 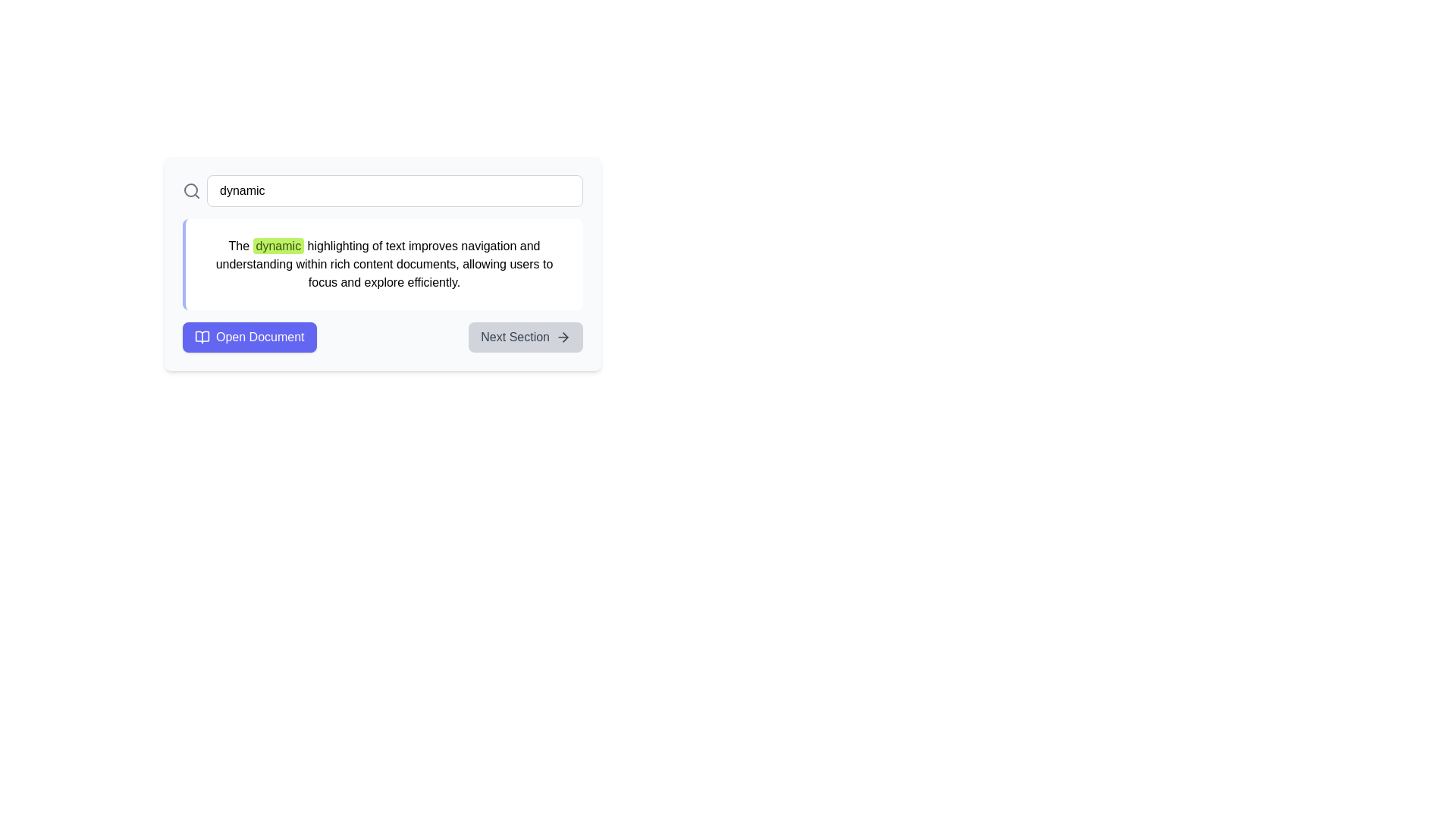 I want to click on the button labeled 'Next Section' with a grey background and dark text, so click(x=526, y=336).